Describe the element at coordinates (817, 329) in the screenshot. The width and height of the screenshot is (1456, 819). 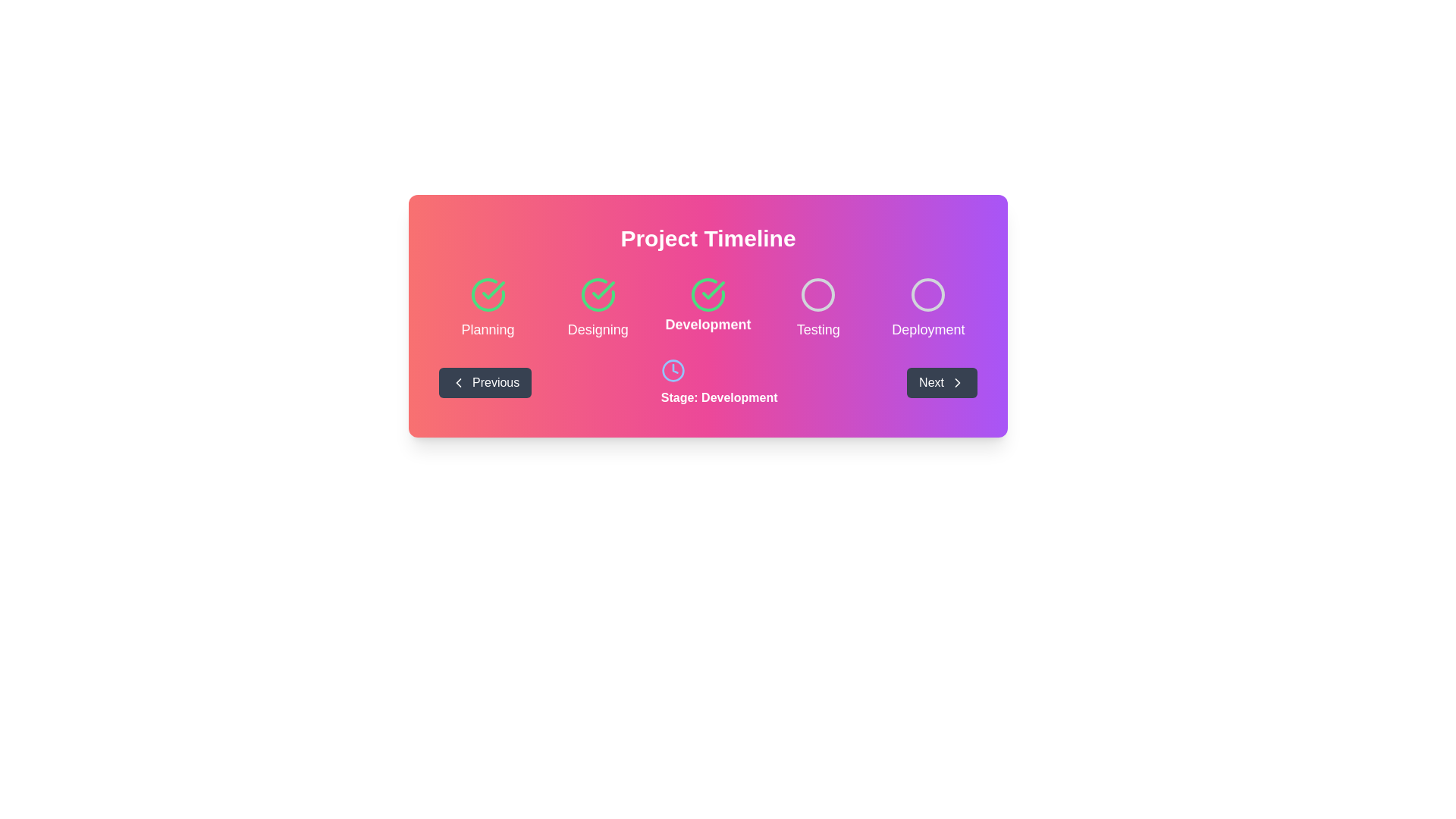
I see `text content of the label displaying 'Testing', which is located under the 'Development' label in the 'Project Timeline' section` at that location.